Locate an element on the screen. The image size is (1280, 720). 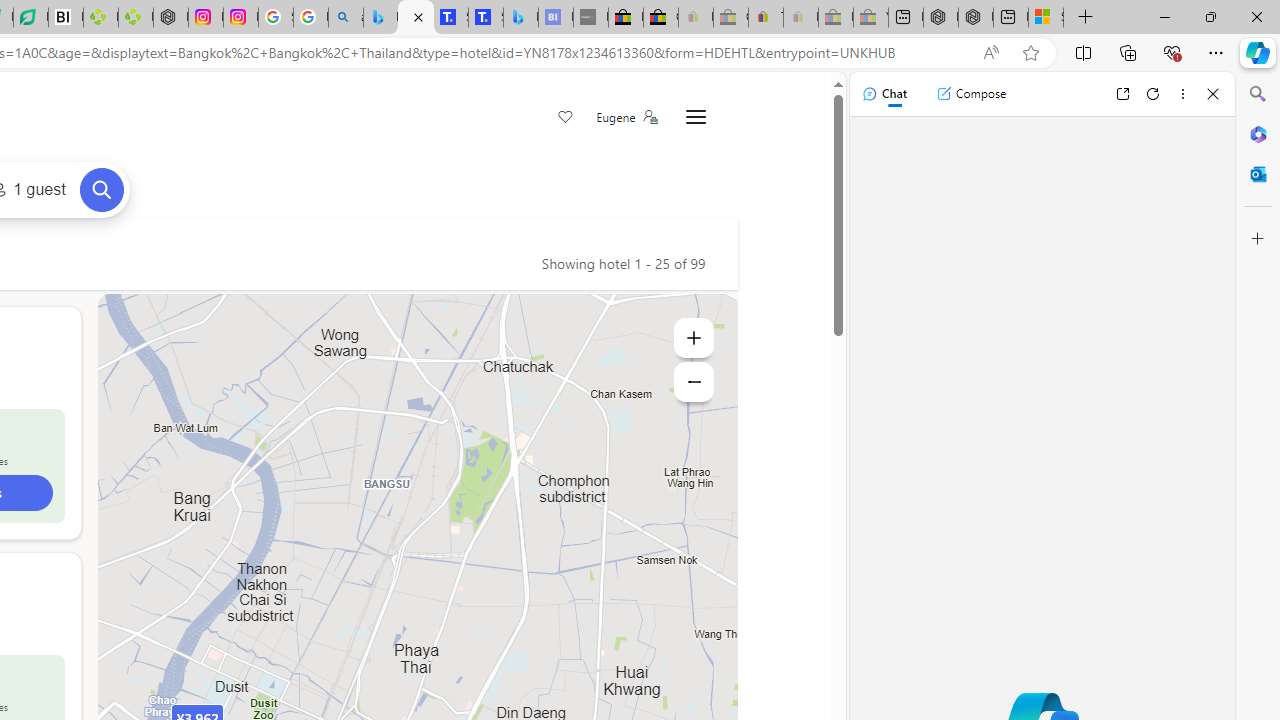
'Threats and offensive language policy | eBay' is located at coordinates (765, 17).